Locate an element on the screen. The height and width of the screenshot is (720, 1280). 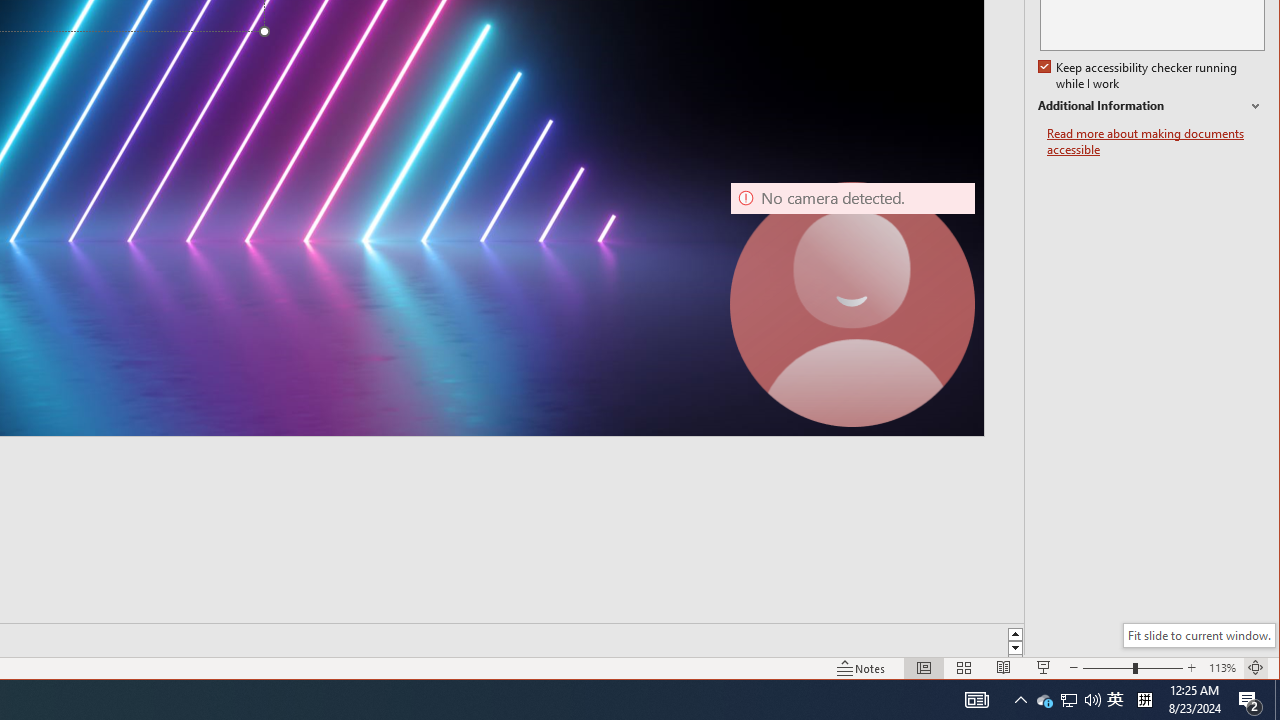
'Zoom 113%' is located at coordinates (1221, 668).